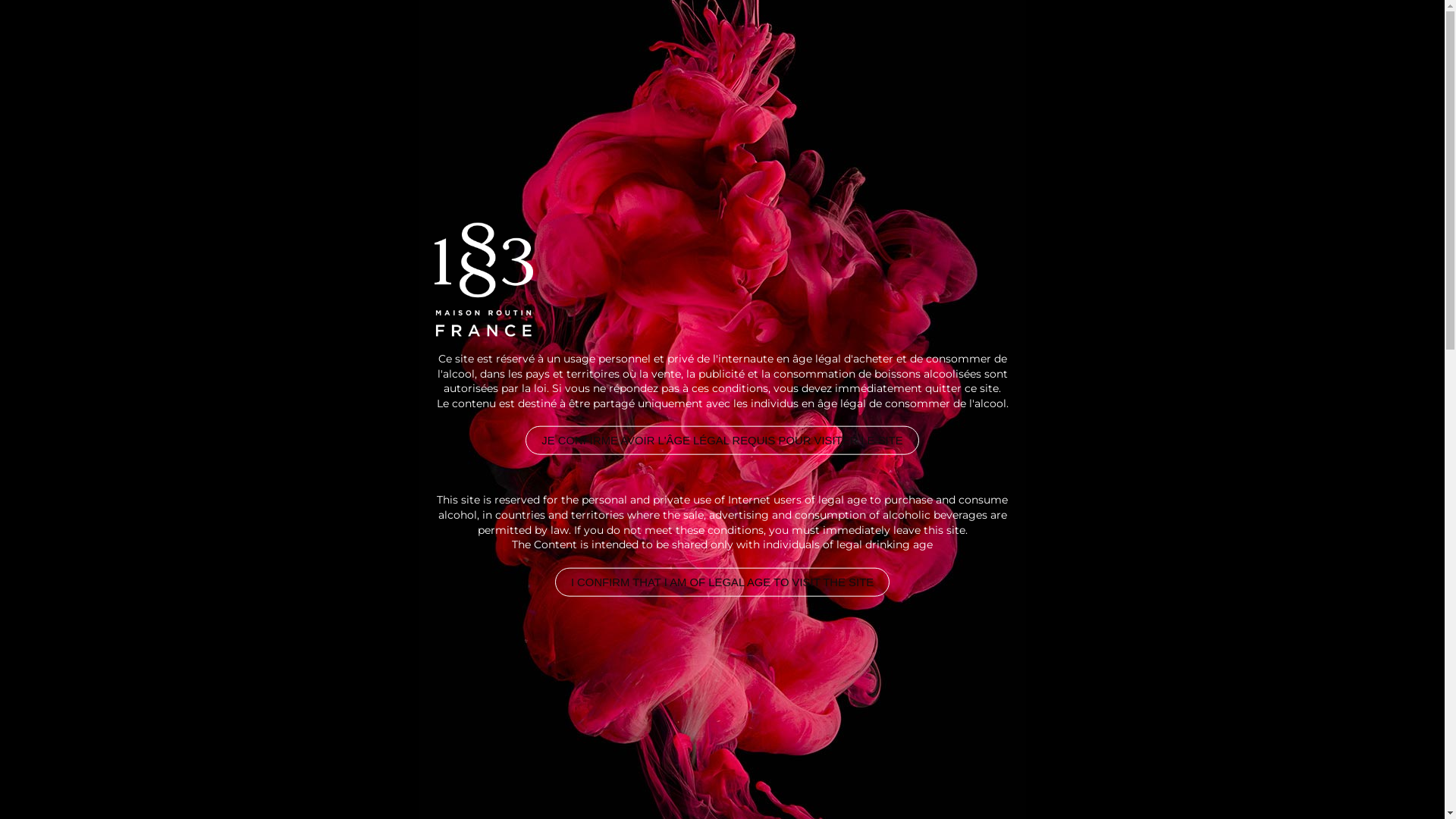 This screenshot has width=1456, height=819. I want to click on 'TRENDS', so click(1179, 61).